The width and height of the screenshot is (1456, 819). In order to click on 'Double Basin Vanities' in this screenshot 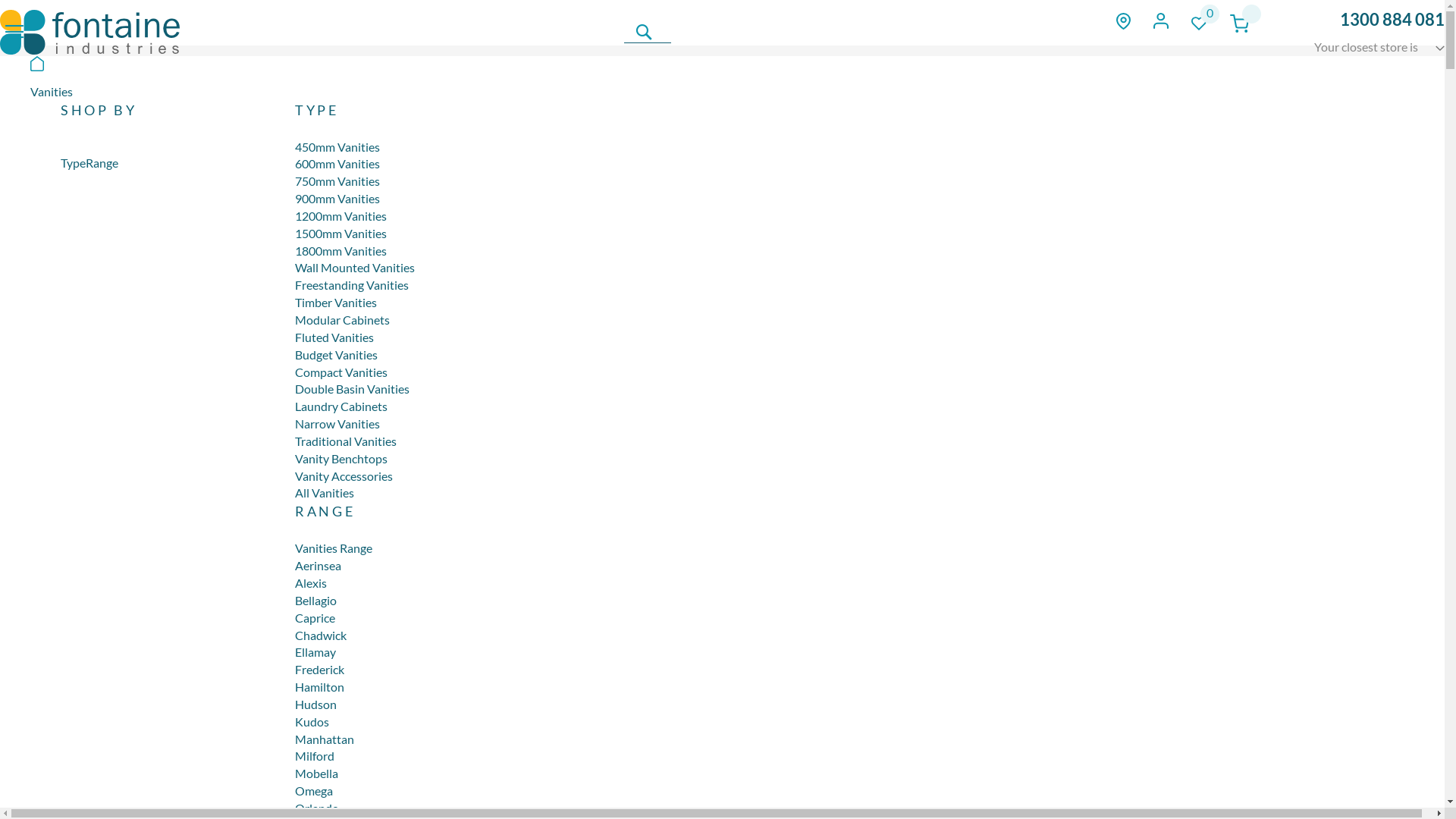, I will do `click(351, 388)`.